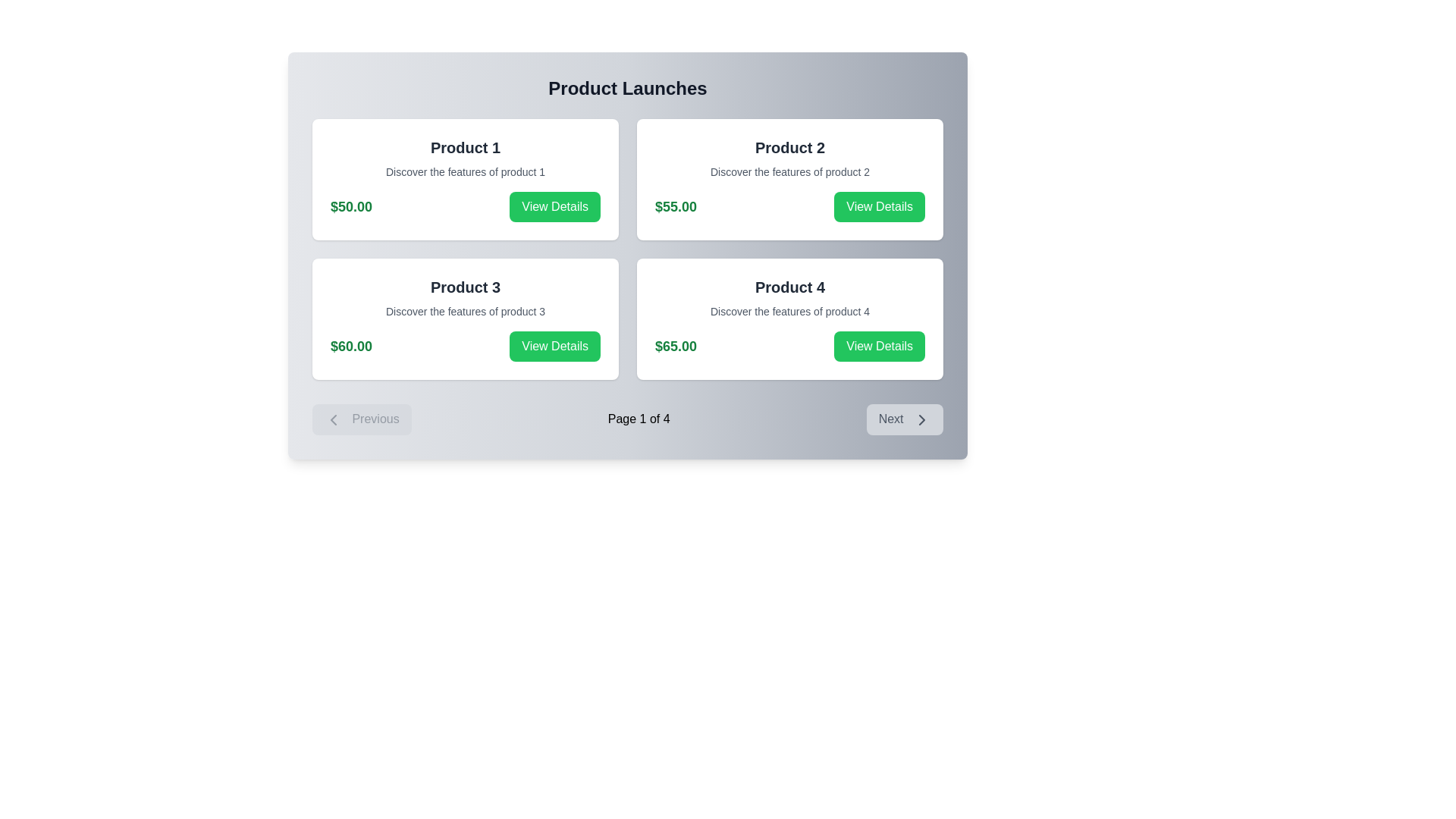  What do you see at coordinates (789, 311) in the screenshot?
I see `the text label providing additional information about 'Product 4', which is located below the 'Product 4' heading and above the '$65.00' price` at bounding box center [789, 311].